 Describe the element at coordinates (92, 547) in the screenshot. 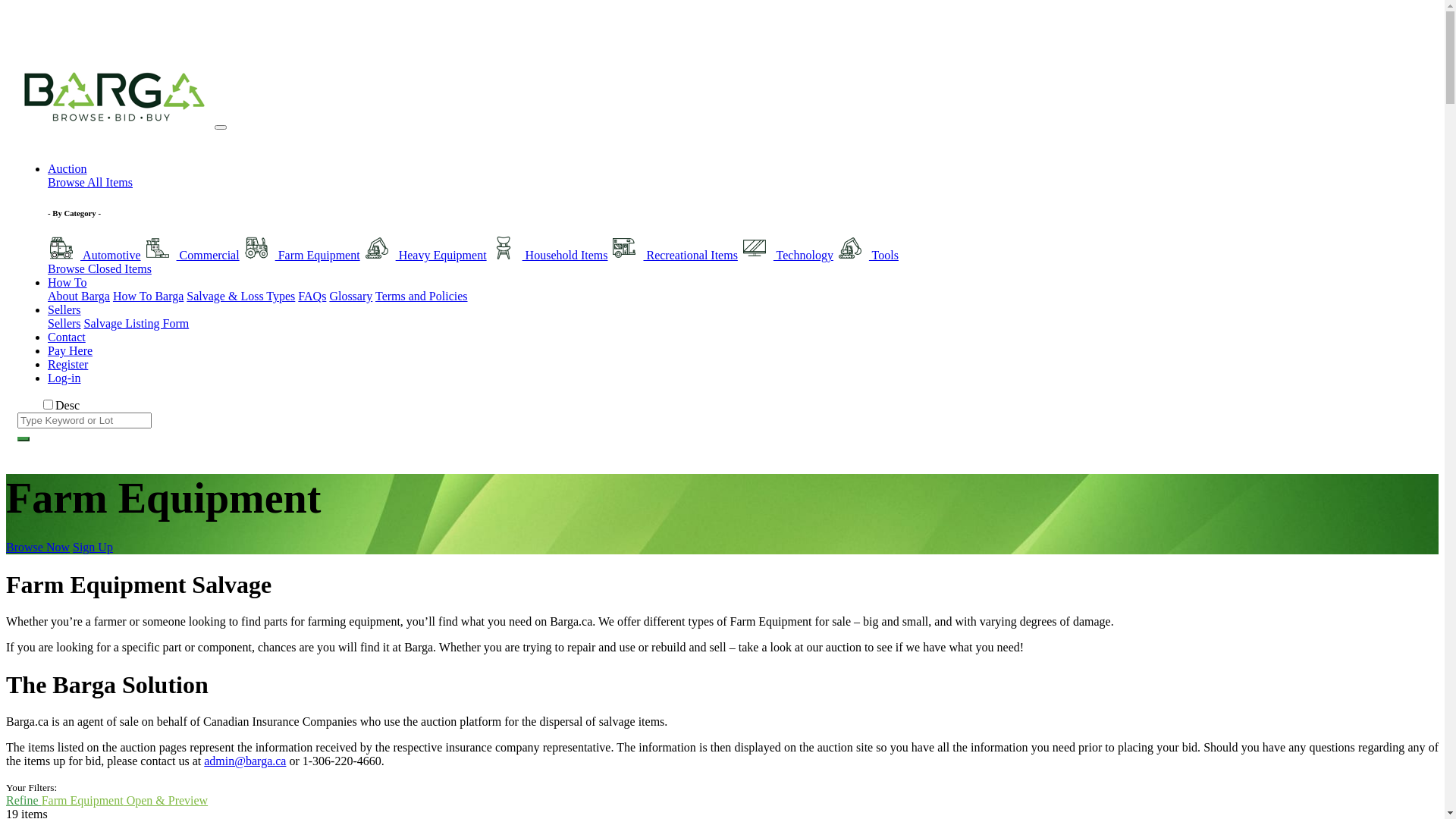

I see `'Sign Up'` at that location.